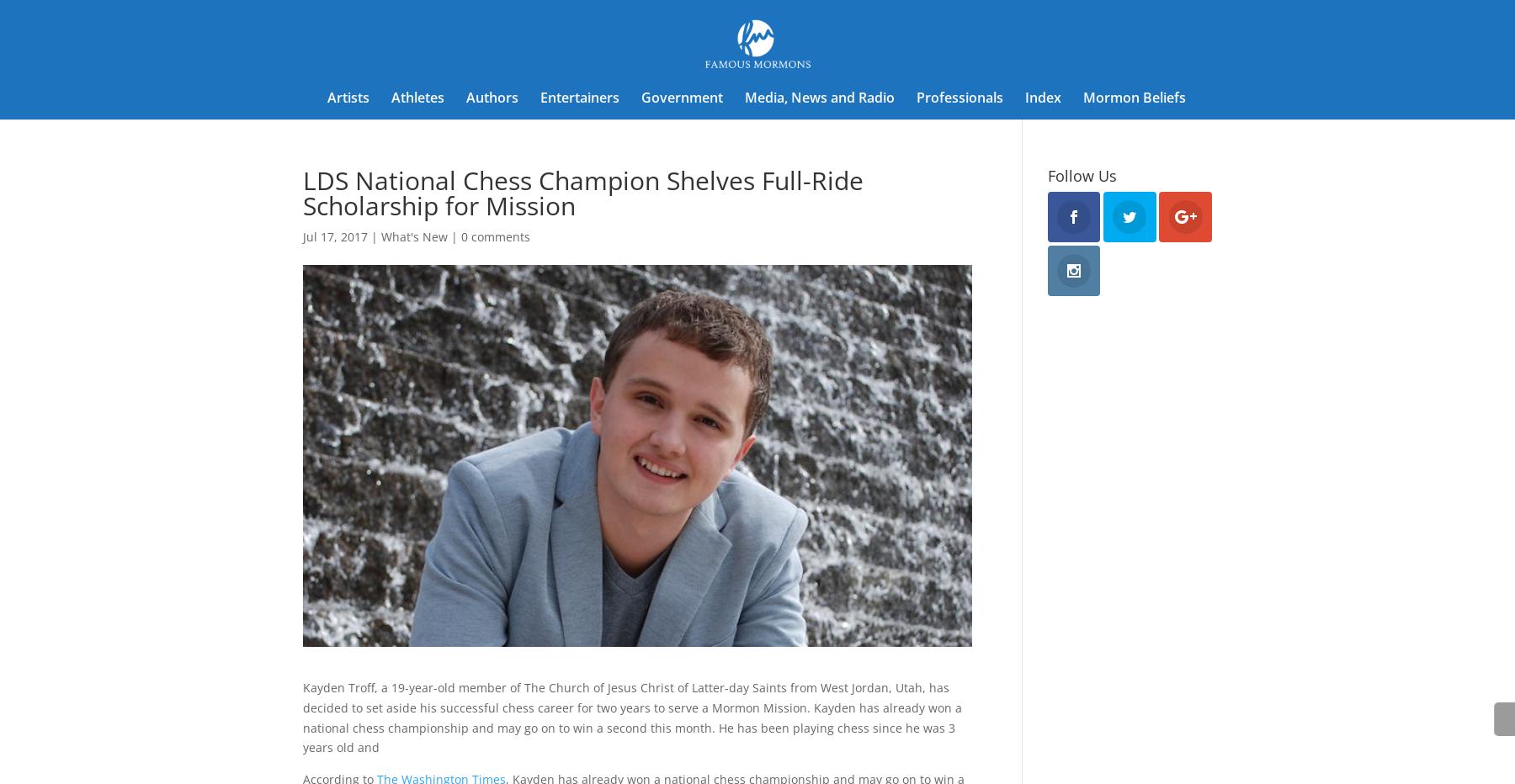 Image resolution: width=1515 pixels, height=784 pixels. What do you see at coordinates (1043, 98) in the screenshot?
I see `'Index'` at bounding box center [1043, 98].